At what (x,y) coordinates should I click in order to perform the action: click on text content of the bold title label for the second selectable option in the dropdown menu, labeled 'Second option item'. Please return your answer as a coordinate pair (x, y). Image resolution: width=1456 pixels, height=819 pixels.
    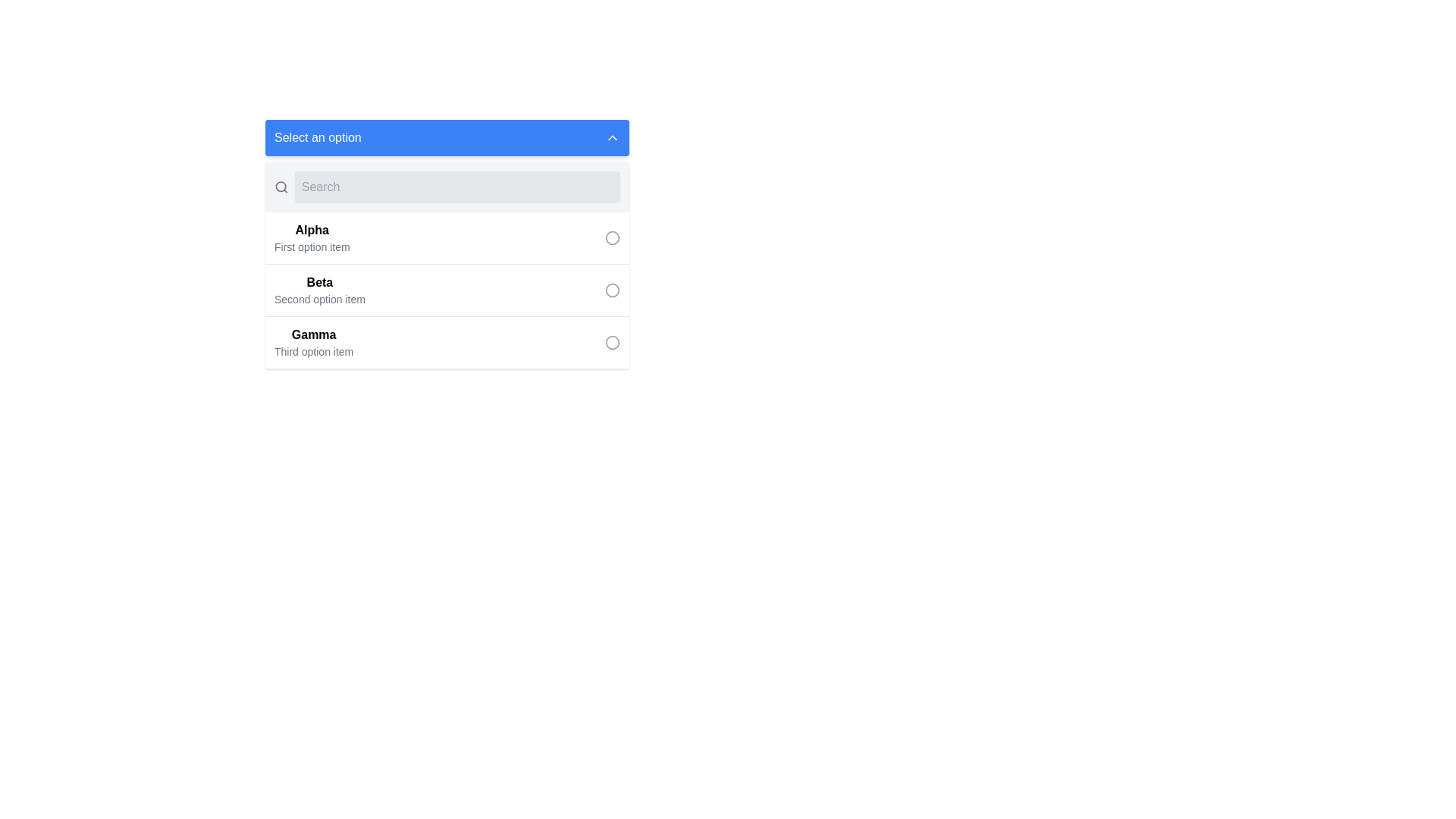
    Looking at the image, I should click on (319, 283).